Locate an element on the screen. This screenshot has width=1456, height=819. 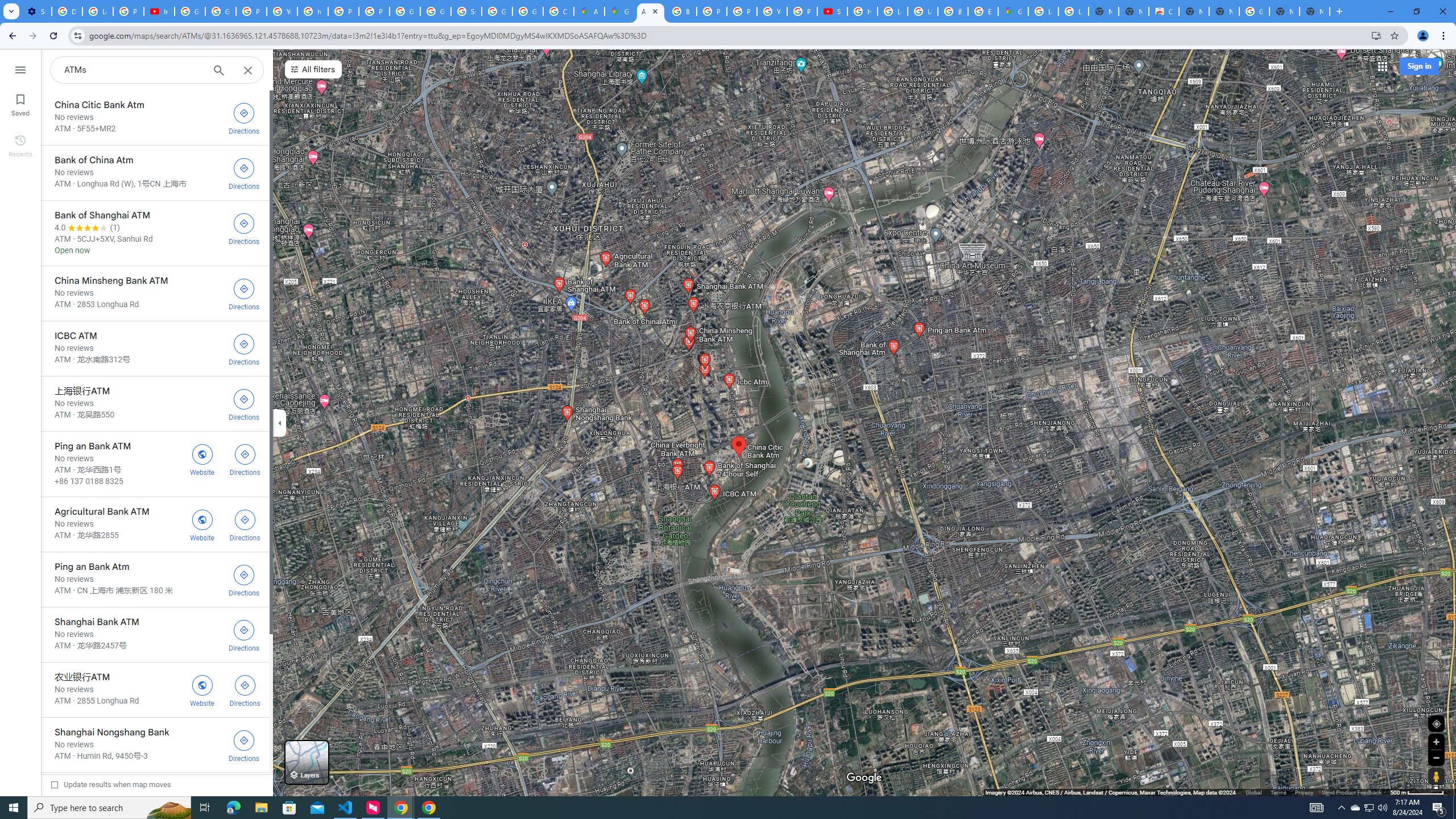
'ICBC ATM' is located at coordinates (155, 348).